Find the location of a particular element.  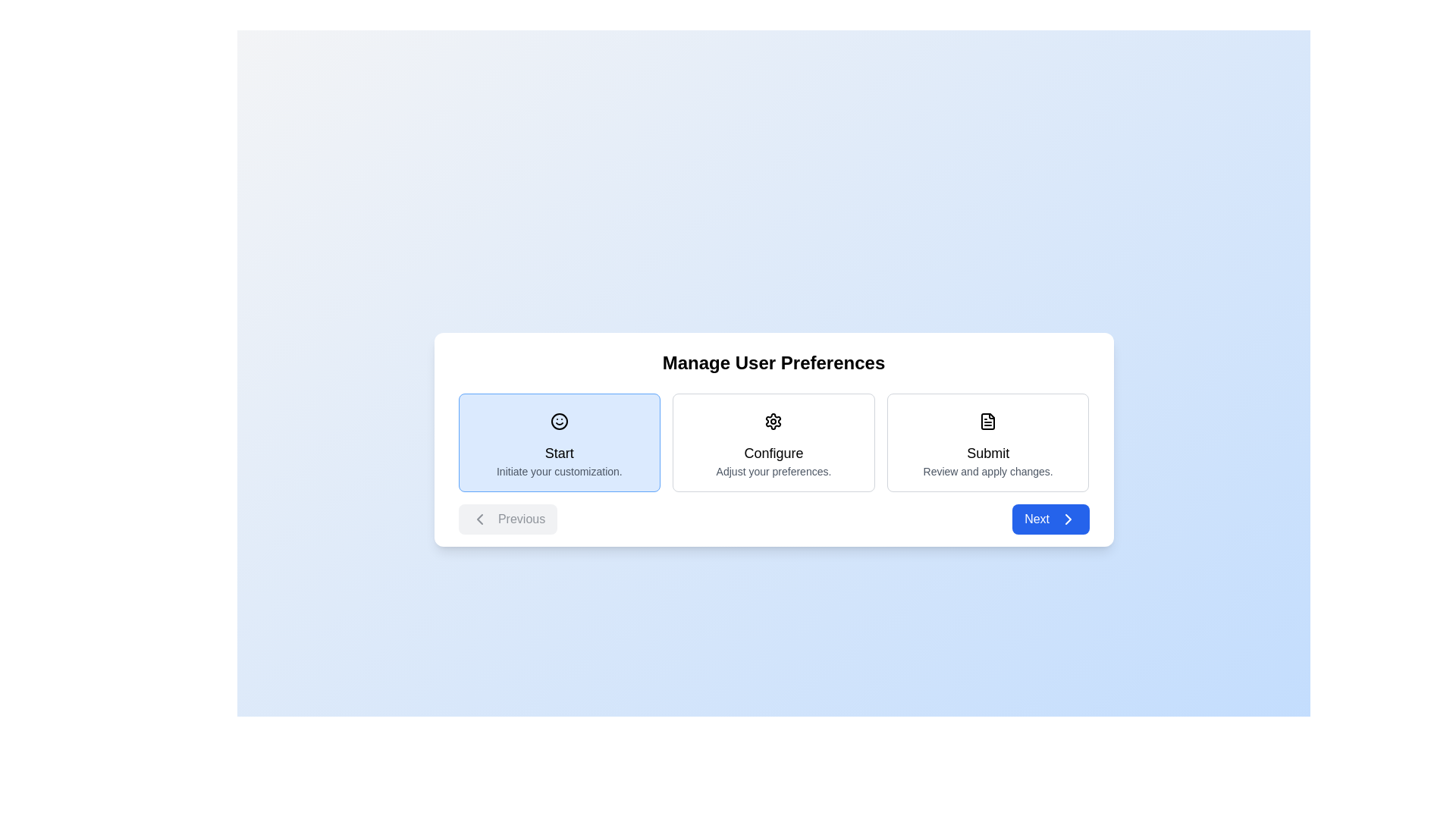

the step Submit by clicking on its card is located at coordinates (988, 442).